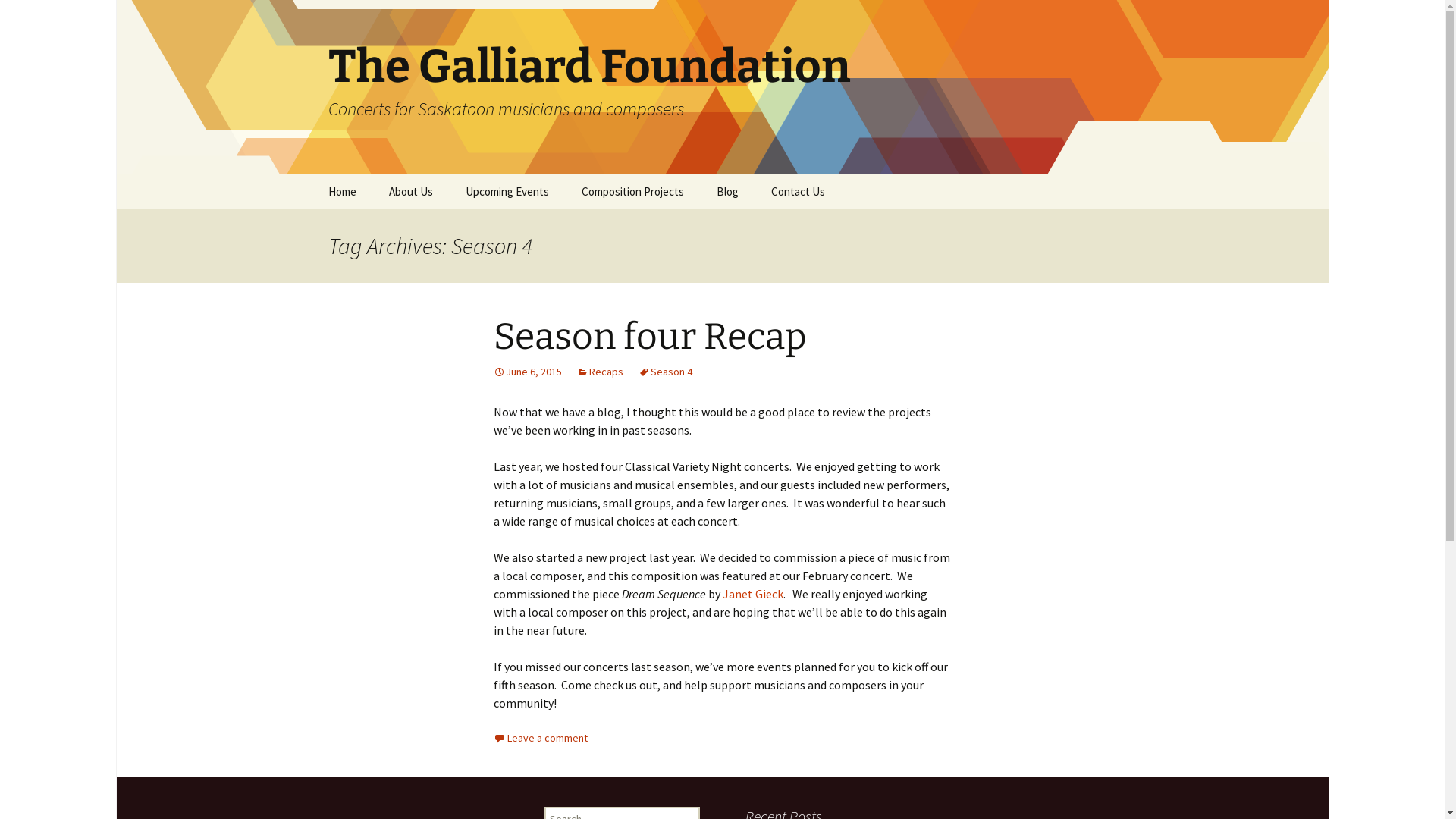  I want to click on 'Composition Projects', so click(632, 190).